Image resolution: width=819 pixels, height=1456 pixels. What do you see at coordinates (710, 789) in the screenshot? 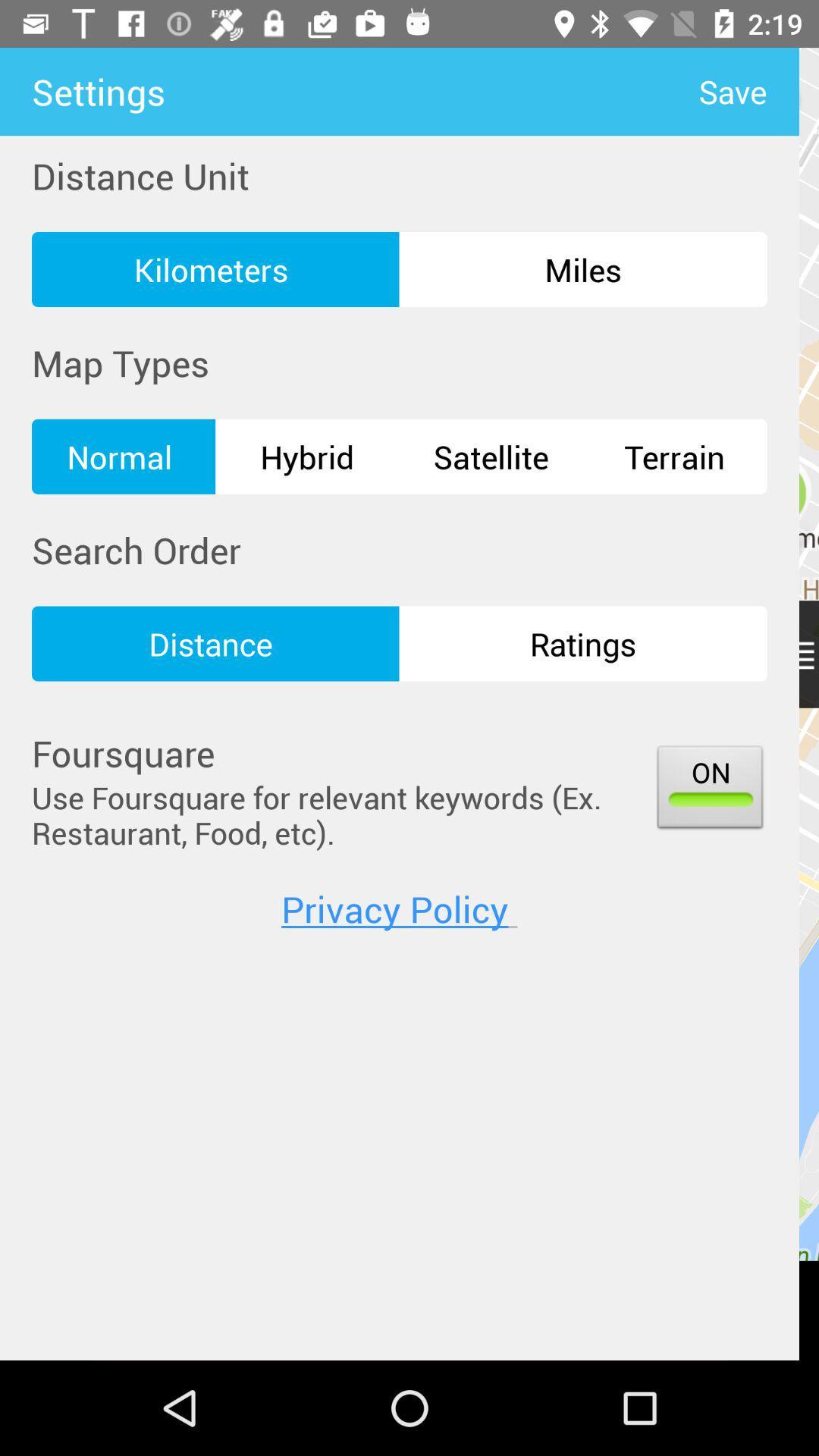
I see `the item next to the use foursquare for item` at bounding box center [710, 789].